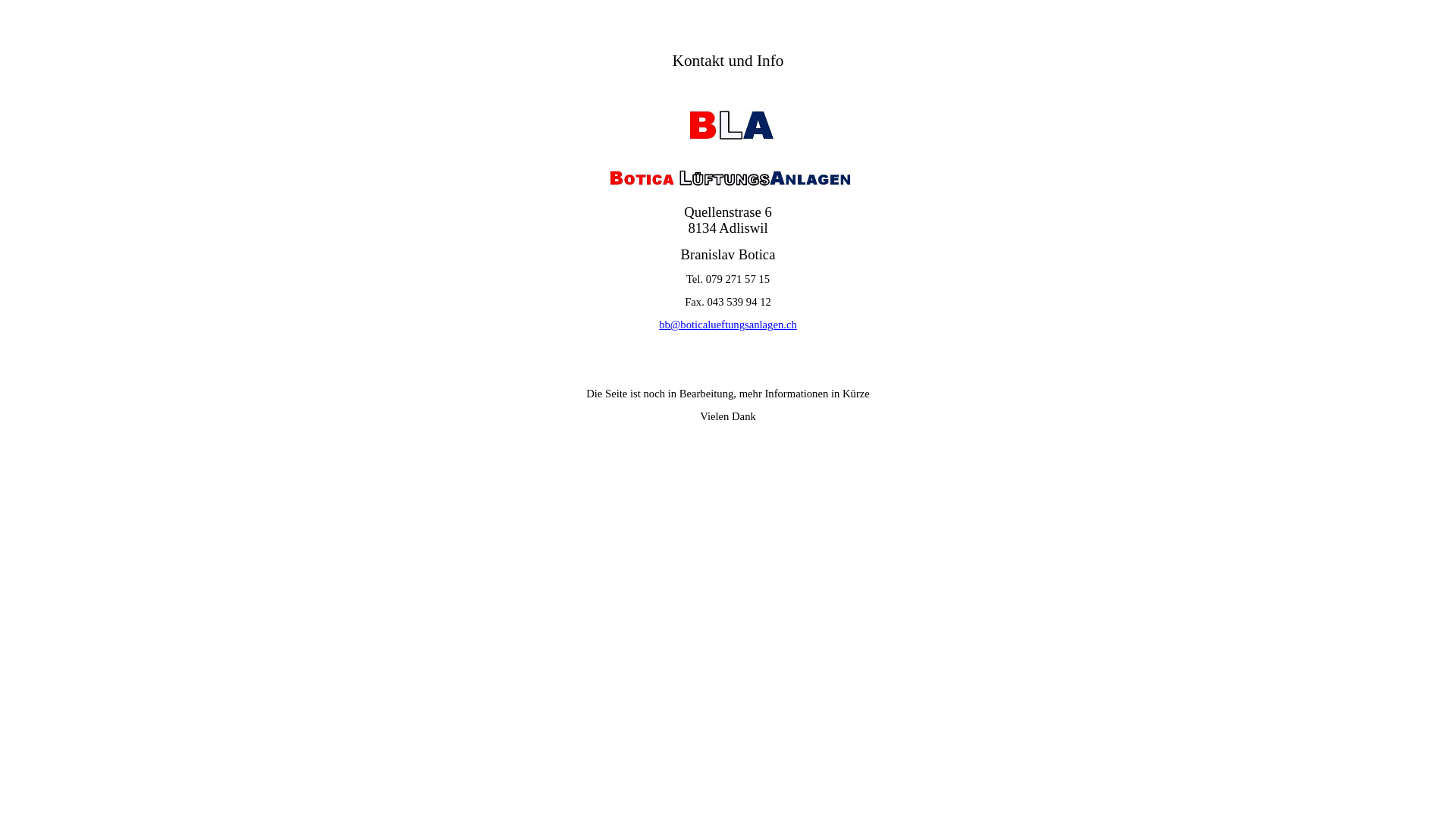  What do you see at coordinates (728, 324) in the screenshot?
I see `'bb@boticalueftungsanlagen.ch'` at bounding box center [728, 324].